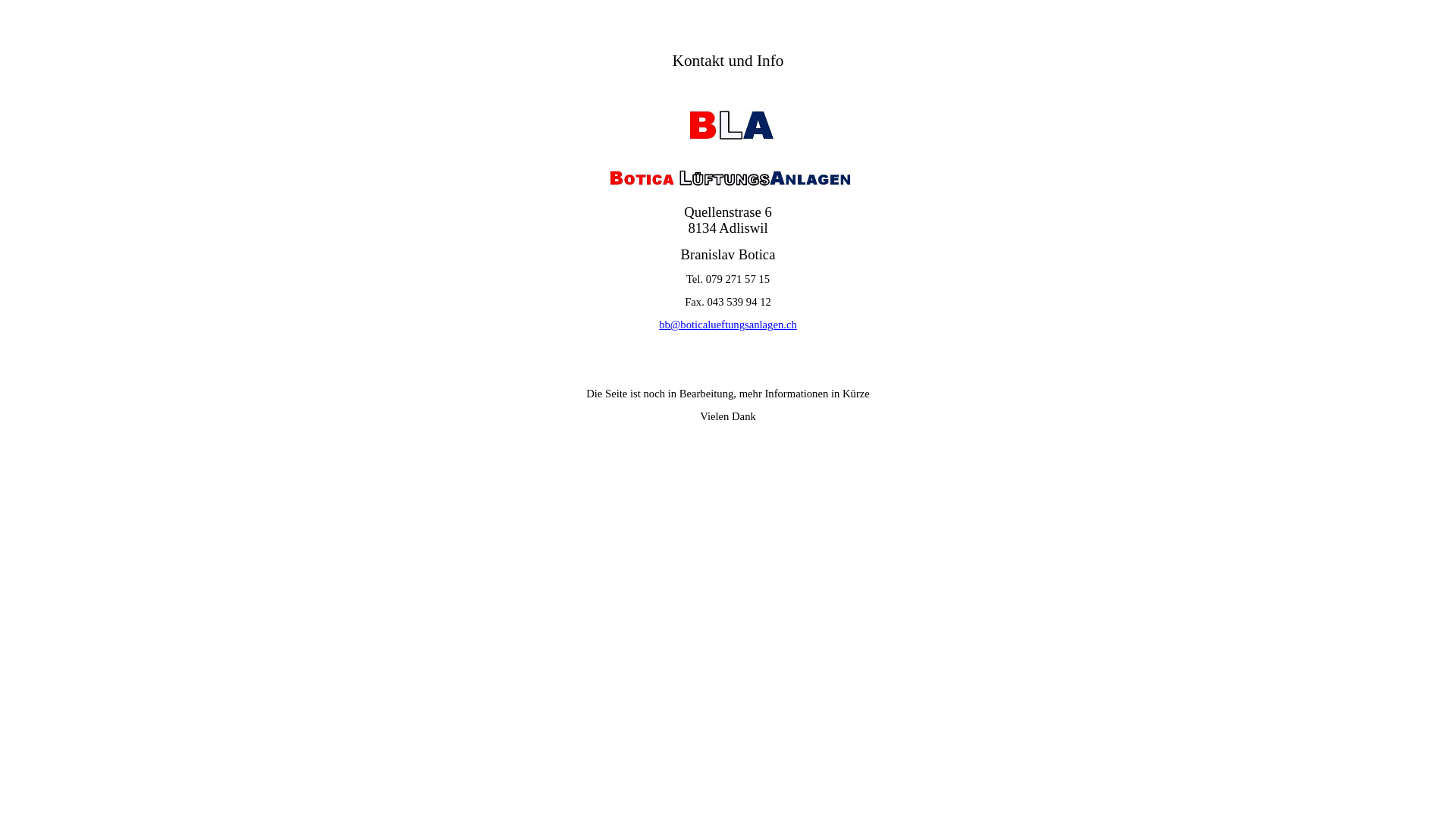  What do you see at coordinates (728, 324) in the screenshot?
I see `'bb@boticalueftungsanlagen.ch'` at bounding box center [728, 324].